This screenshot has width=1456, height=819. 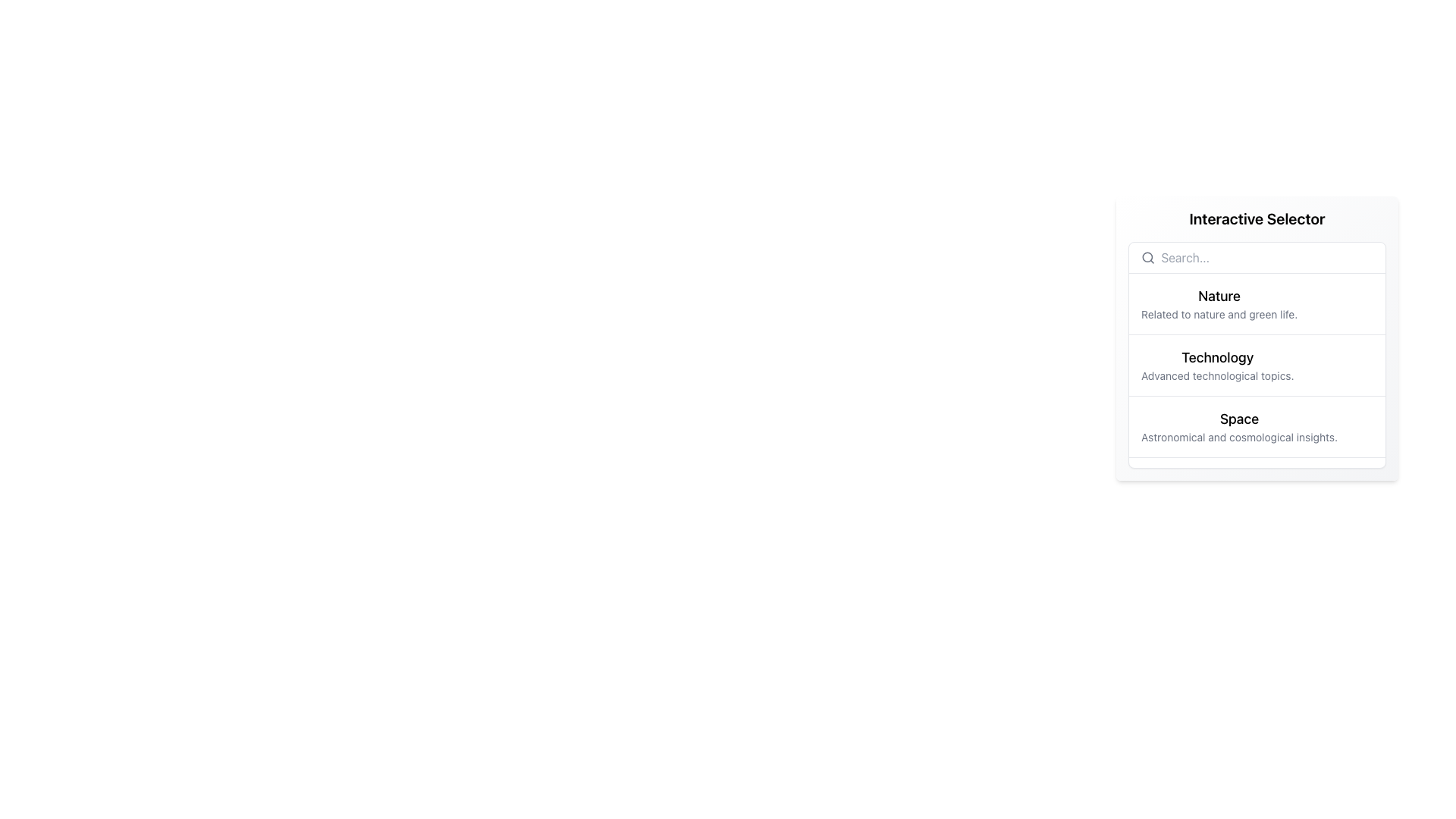 I want to click on the search bar located at the top of the vertically stacked list within a white rounded box to focus on the input field, so click(x=1257, y=256).